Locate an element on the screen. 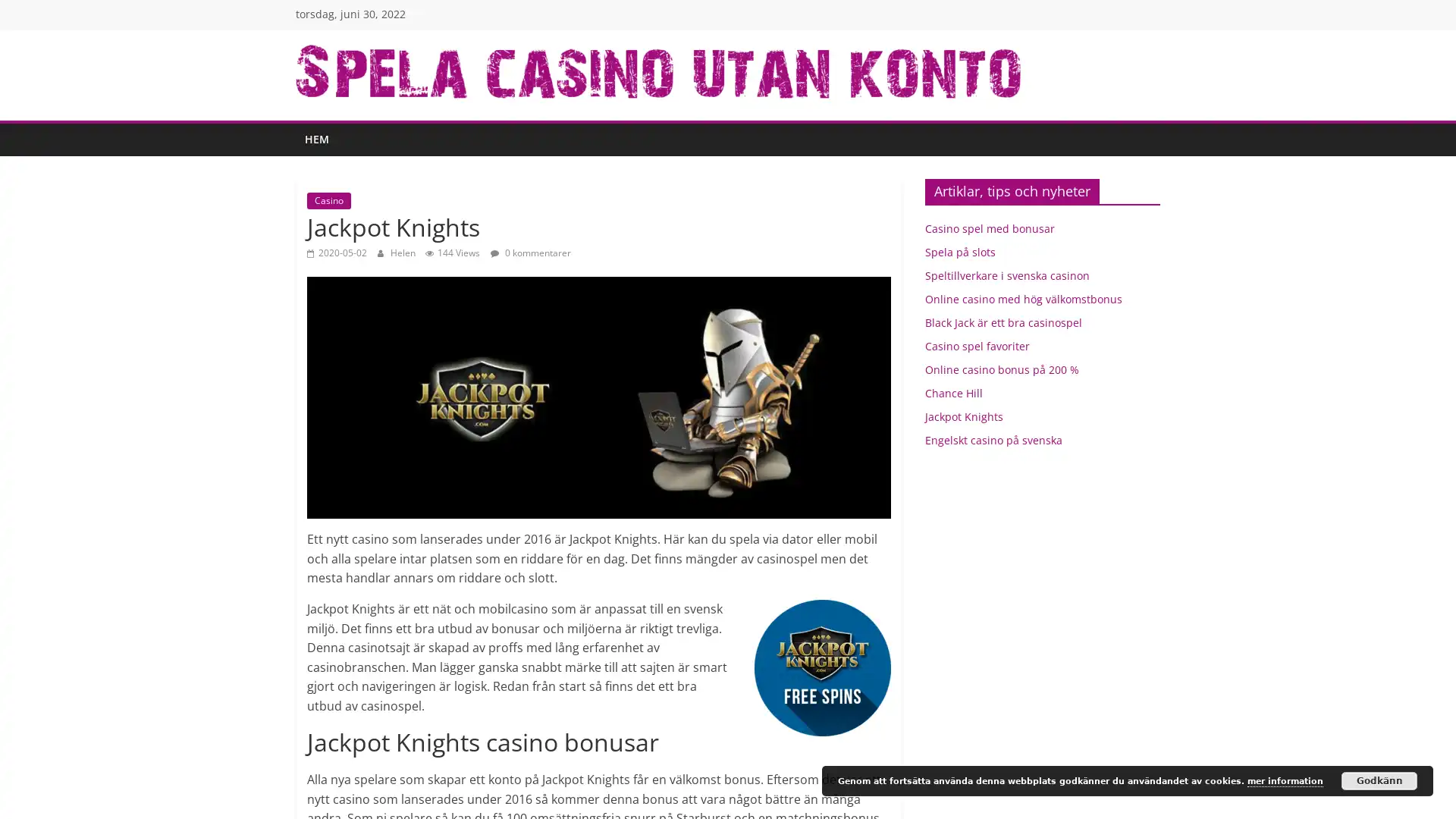 This screenshot has width=1456, height=819. Godkann is located at coordinates (1379, 780).